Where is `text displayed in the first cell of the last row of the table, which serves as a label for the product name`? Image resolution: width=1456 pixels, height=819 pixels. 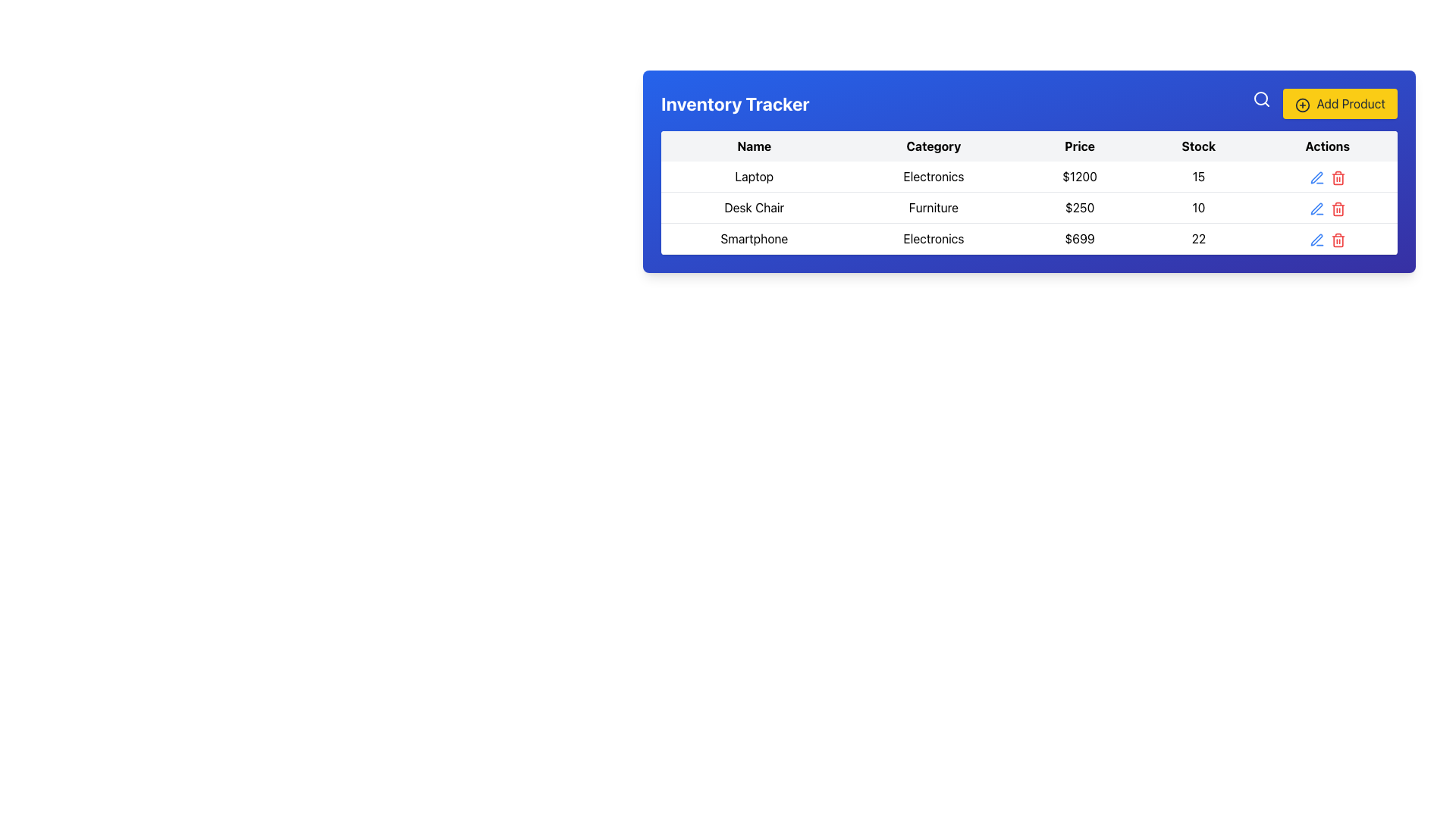
text displayed in the first cell of the last row of the table, which serves as a label for the product name is located at coordinates (754, 239).